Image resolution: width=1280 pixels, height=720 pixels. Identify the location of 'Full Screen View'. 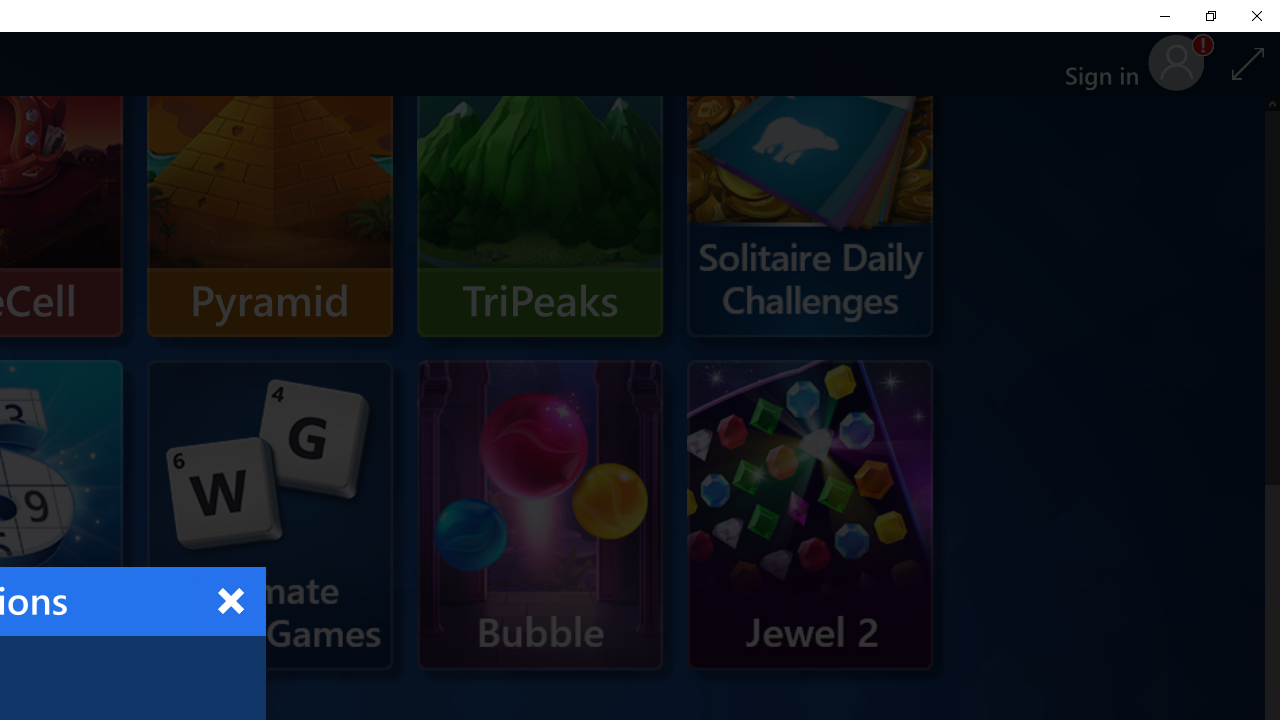
(1247, 62).